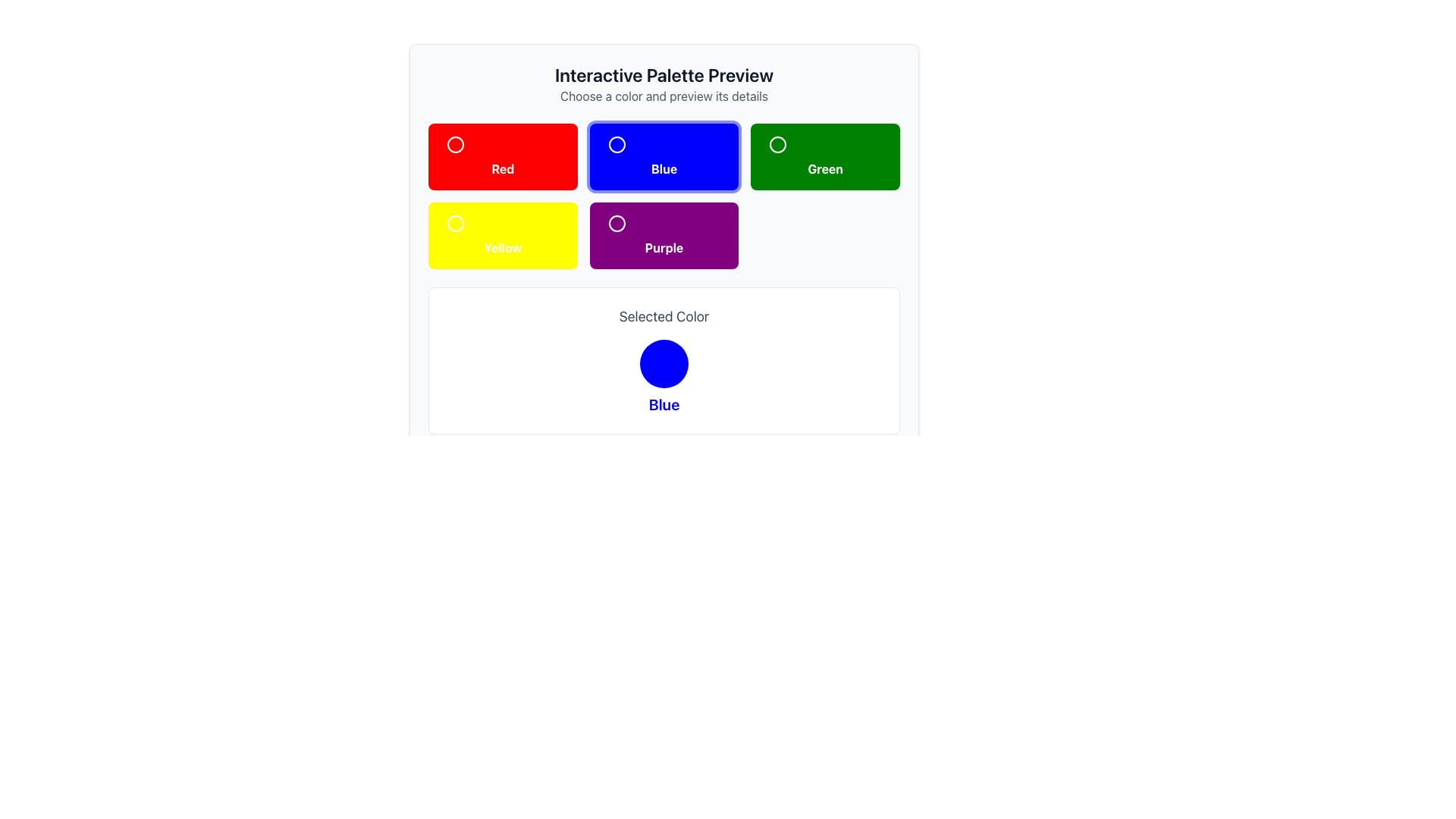  Describe the element at coordinates (664, 363) in the screenshot. I see `the central circle graphical indicator representing the selection of the color blue, located in the 'Selected Color' section of the interface` at that location.